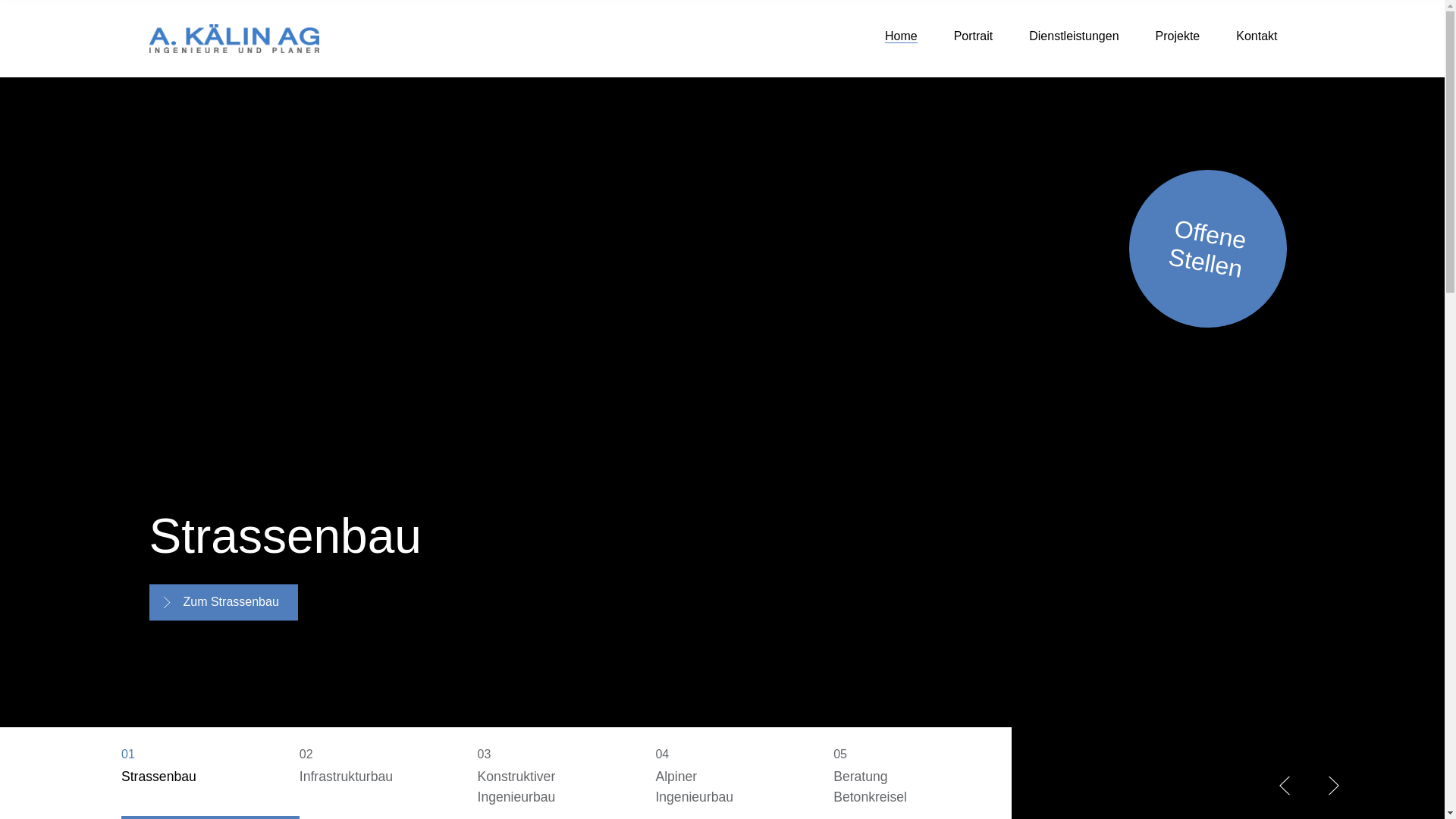 The image size is (1456, 819). Describe the element at coordinates (1154, 35) in the screenshot. I see `'Projekte'` at that location.